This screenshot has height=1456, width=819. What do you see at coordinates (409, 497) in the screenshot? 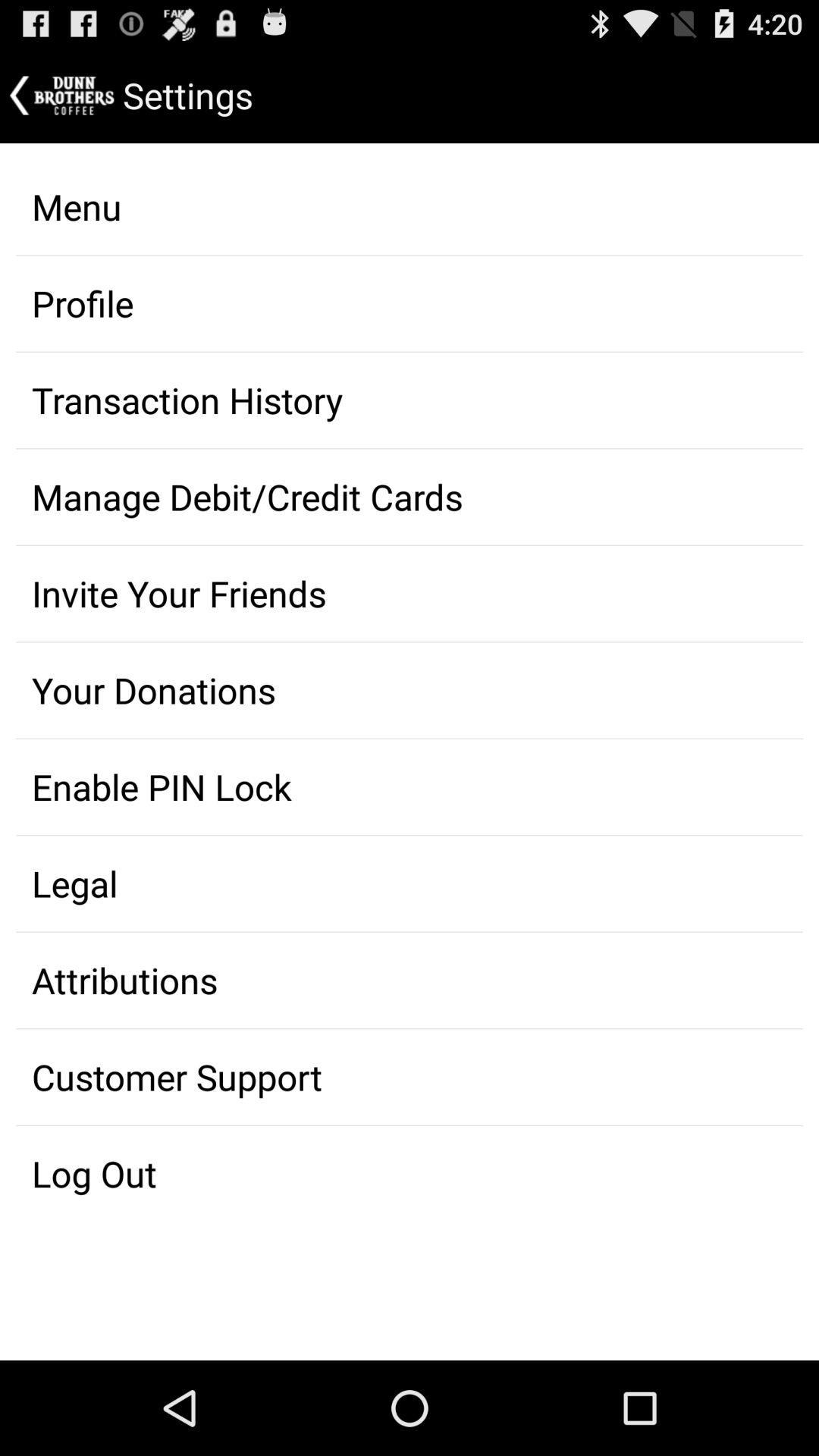
I see `manage debitcredit cards on the page` at bounding box center [409, 497].